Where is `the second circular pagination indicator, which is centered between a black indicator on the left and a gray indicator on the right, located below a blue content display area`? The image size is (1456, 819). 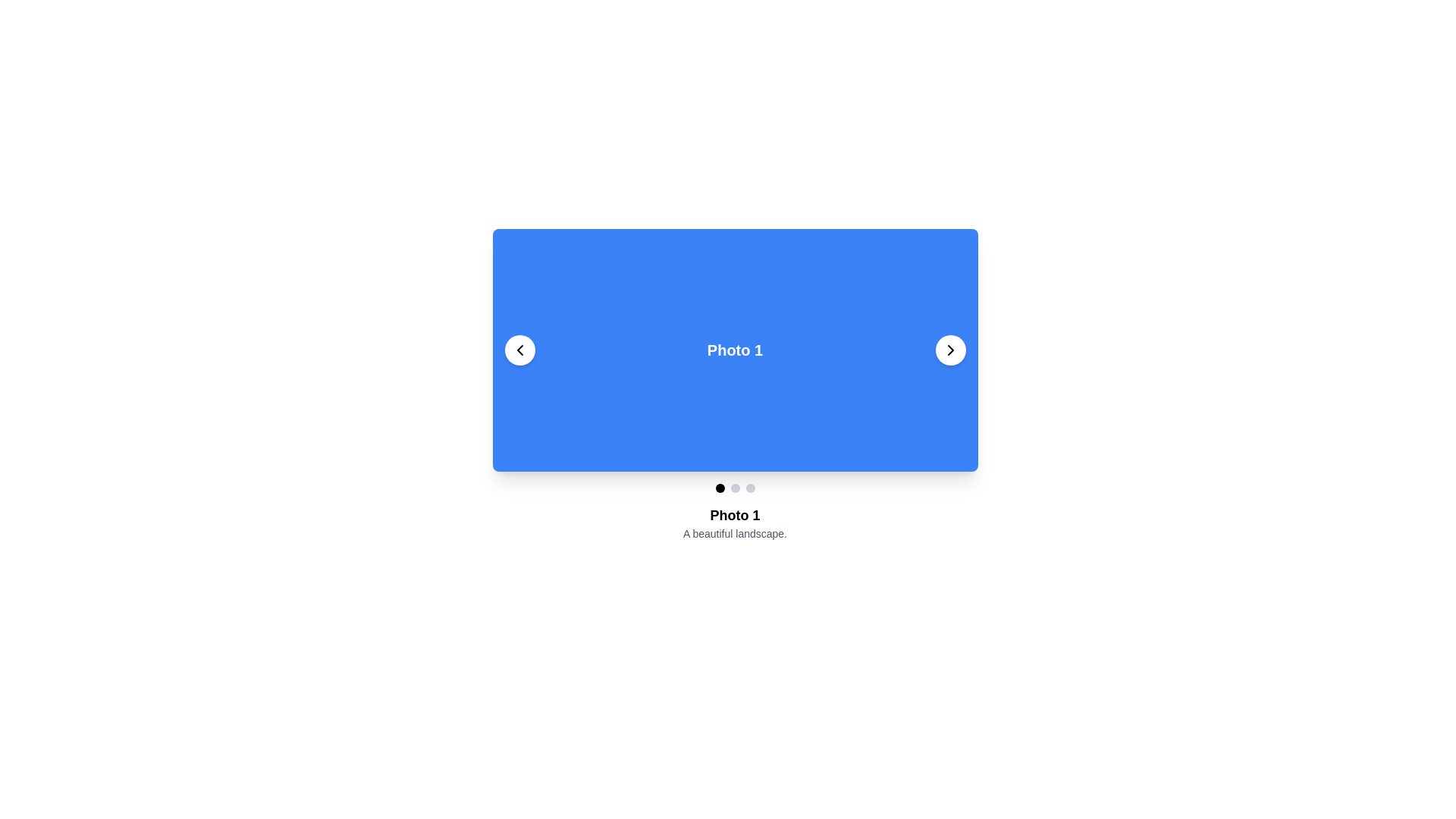 the second circular pagination indicator, which is centered between a black indicator on the left and a gray indicator on the right, located below a blue content display area is located at coordinates (735, 488).